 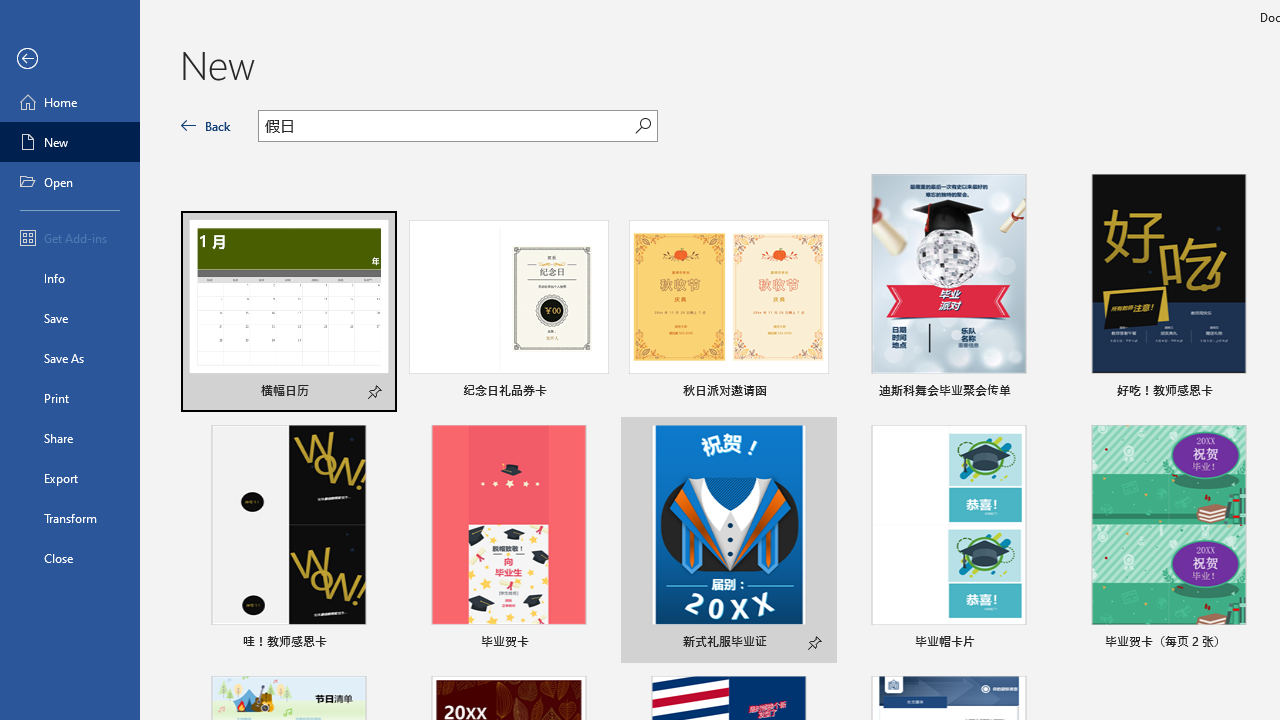 I want to click on 'Get Add-ins', so click(x=69, y=236).